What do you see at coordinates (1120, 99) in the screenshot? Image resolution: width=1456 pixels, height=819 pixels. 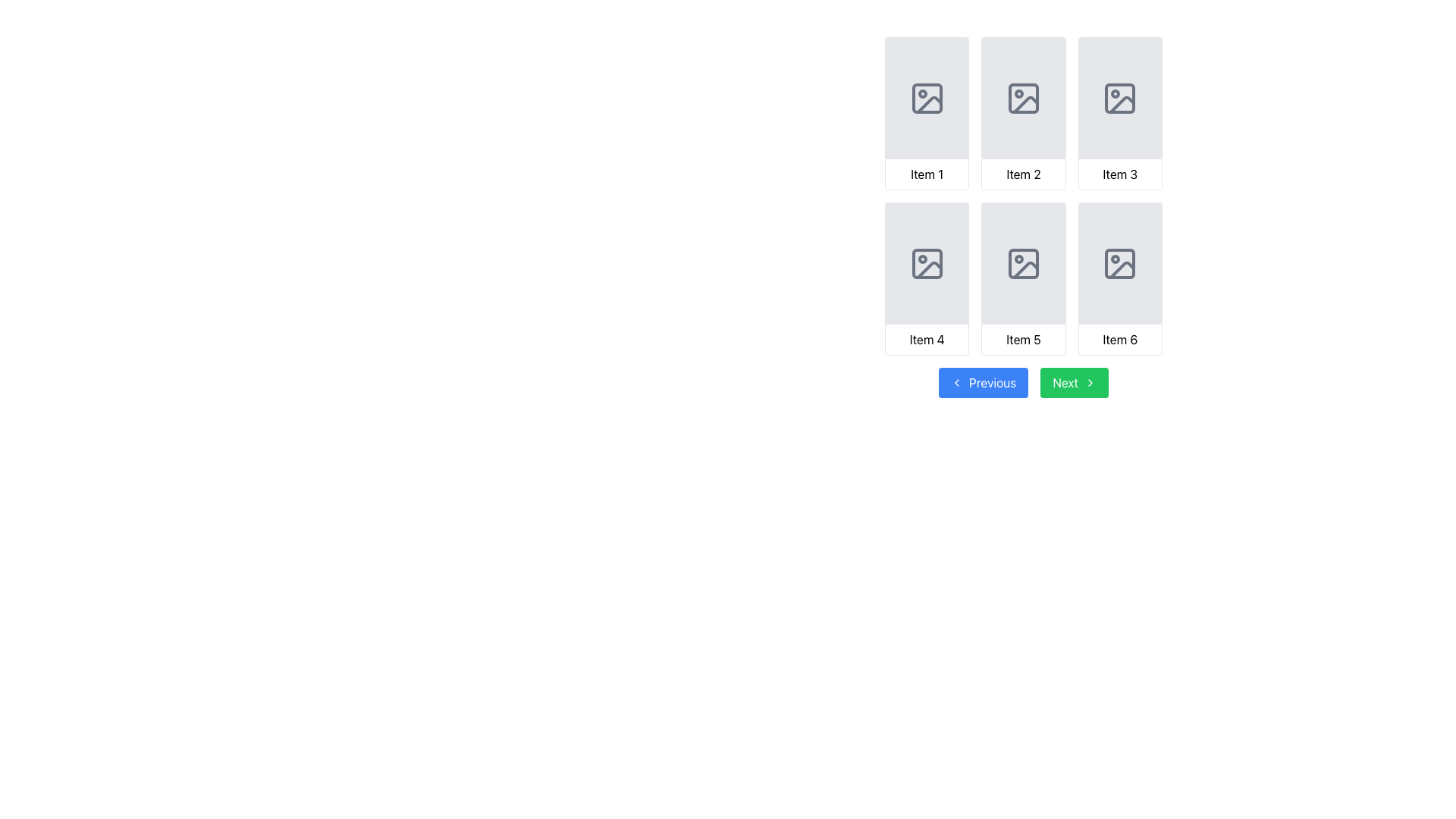 I see `the graphical icon styled as an outlined circular image in the upper left corner of the third card in the grid layout, which has gray lines and a white background` at bounding box center [1120, 99].